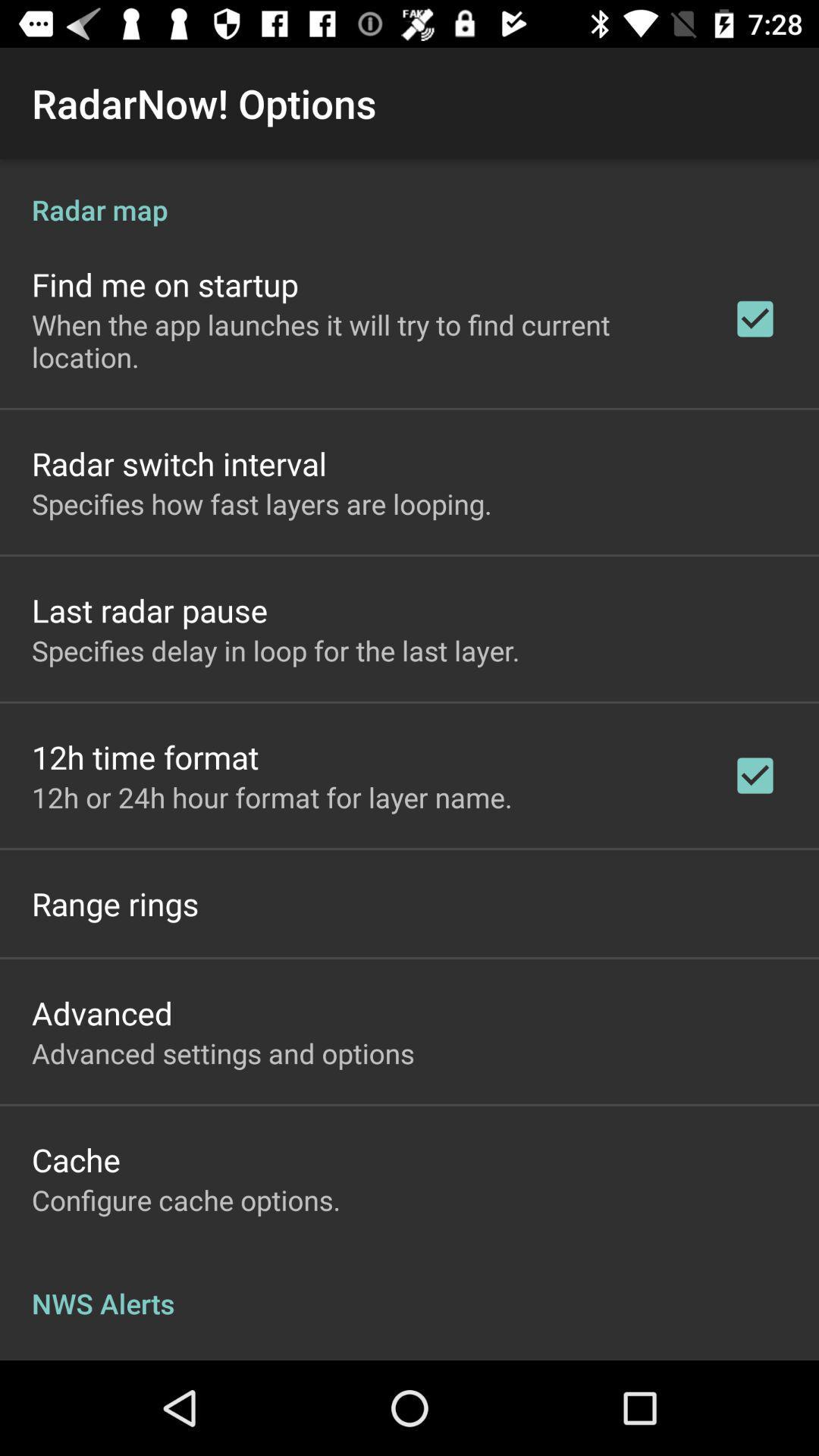 The width and height of the screenshot is (819, 1456). I want to click on configure cache options. app, so click(185, 1199).